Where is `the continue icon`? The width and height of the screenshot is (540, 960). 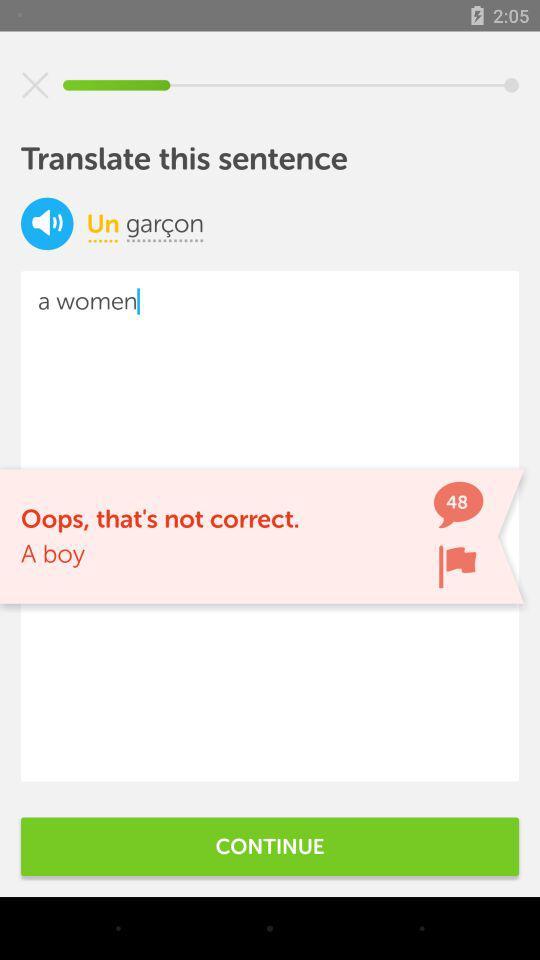
the continue icon is located at coordinates (270, 845).